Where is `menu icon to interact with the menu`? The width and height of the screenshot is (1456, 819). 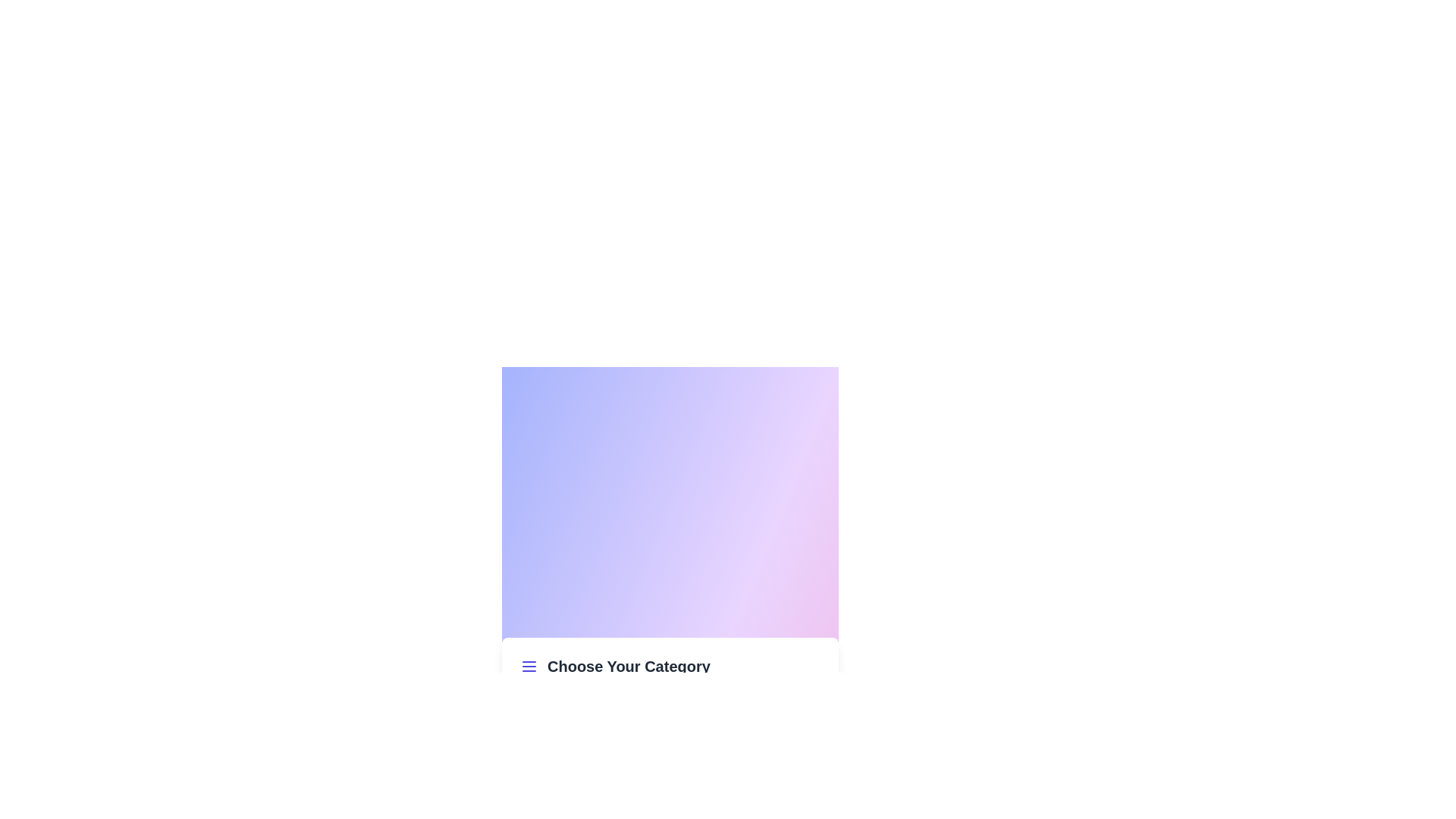
menu icon to interact with the menu is located at coordinates (529, 666).